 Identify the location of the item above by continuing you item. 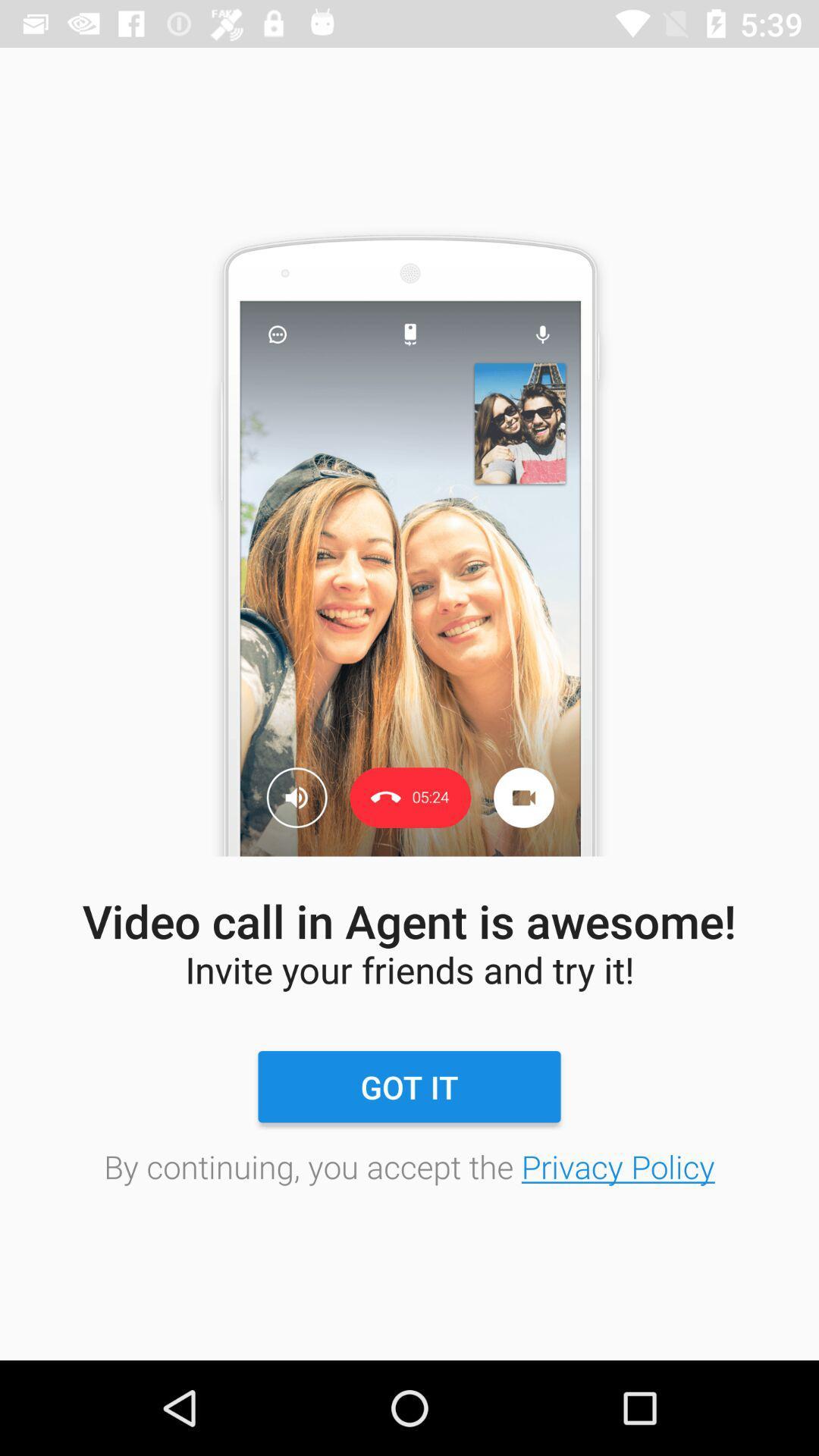
(409, 1086).